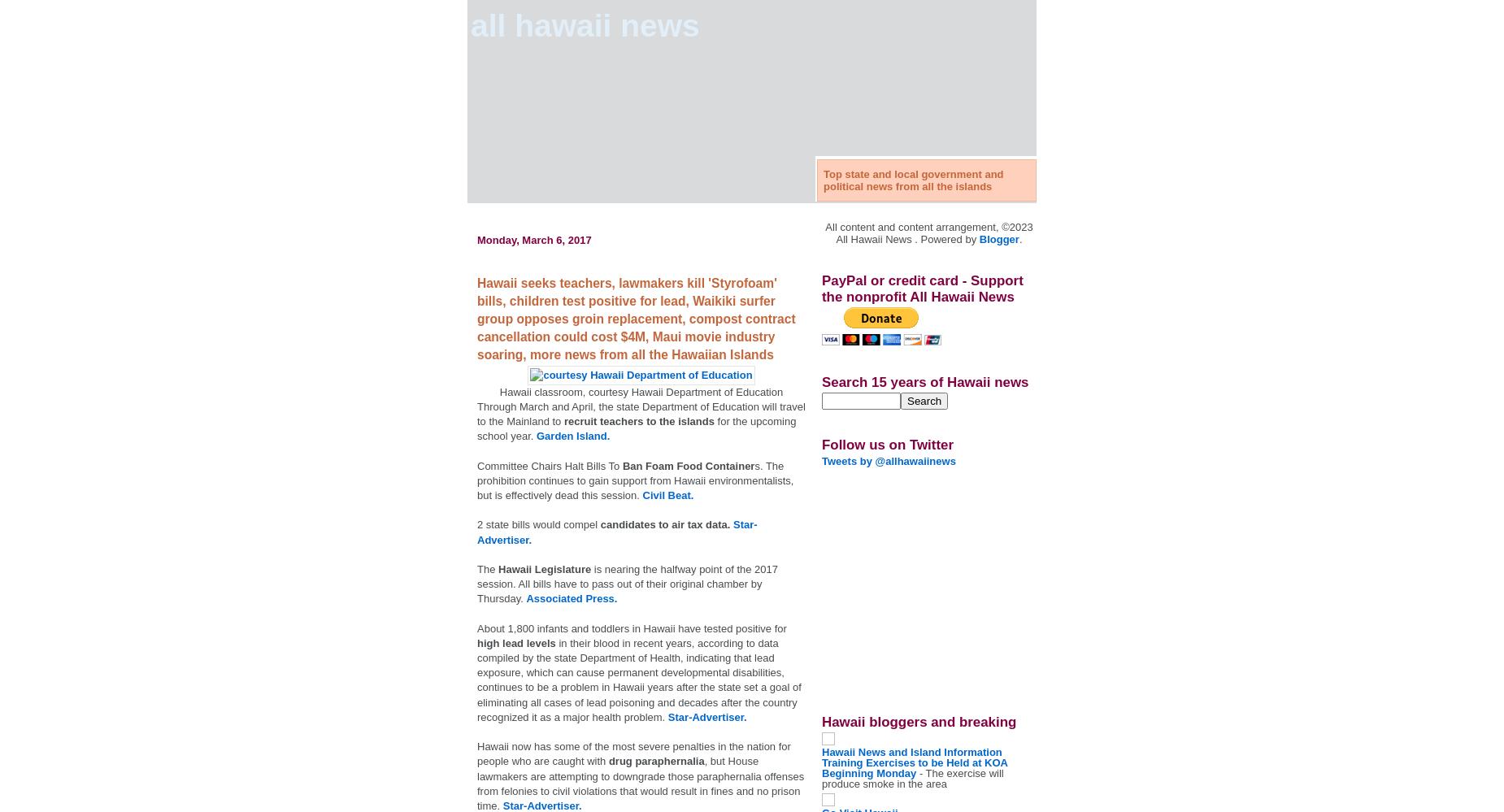 Image resolution: width=1504 pixels, height=812 pixels. What do you see at coordinates (477, 782) in the screenshot?
I see `', but House lawmakers are attempting to downgrade those paraphernalia offenses from felonies to civil violations that would result in fines and no prison time.'` at bounding box center [477, 782].